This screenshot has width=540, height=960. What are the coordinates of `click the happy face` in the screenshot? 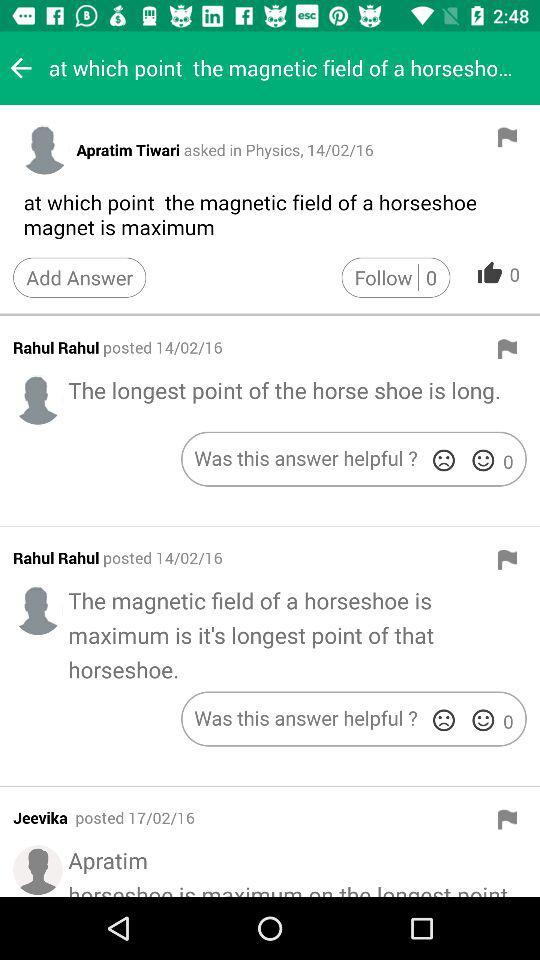 It's located at (482, 460).